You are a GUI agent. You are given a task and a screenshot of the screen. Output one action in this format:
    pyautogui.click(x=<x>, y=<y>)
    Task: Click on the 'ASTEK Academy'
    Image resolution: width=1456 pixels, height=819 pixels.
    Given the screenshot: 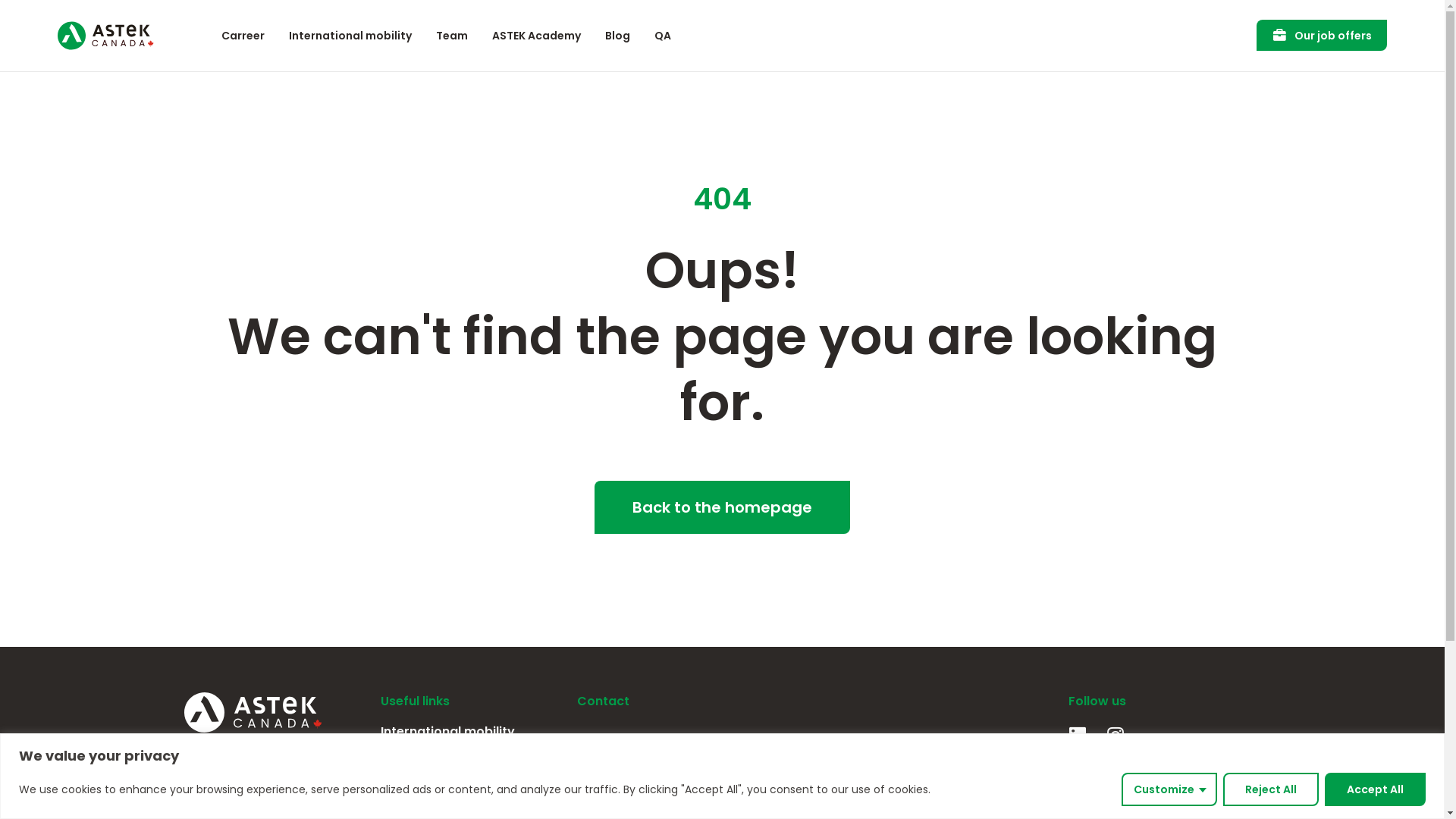 What is the action you would take?
    pyautogui.click(x=470, y=786)
    